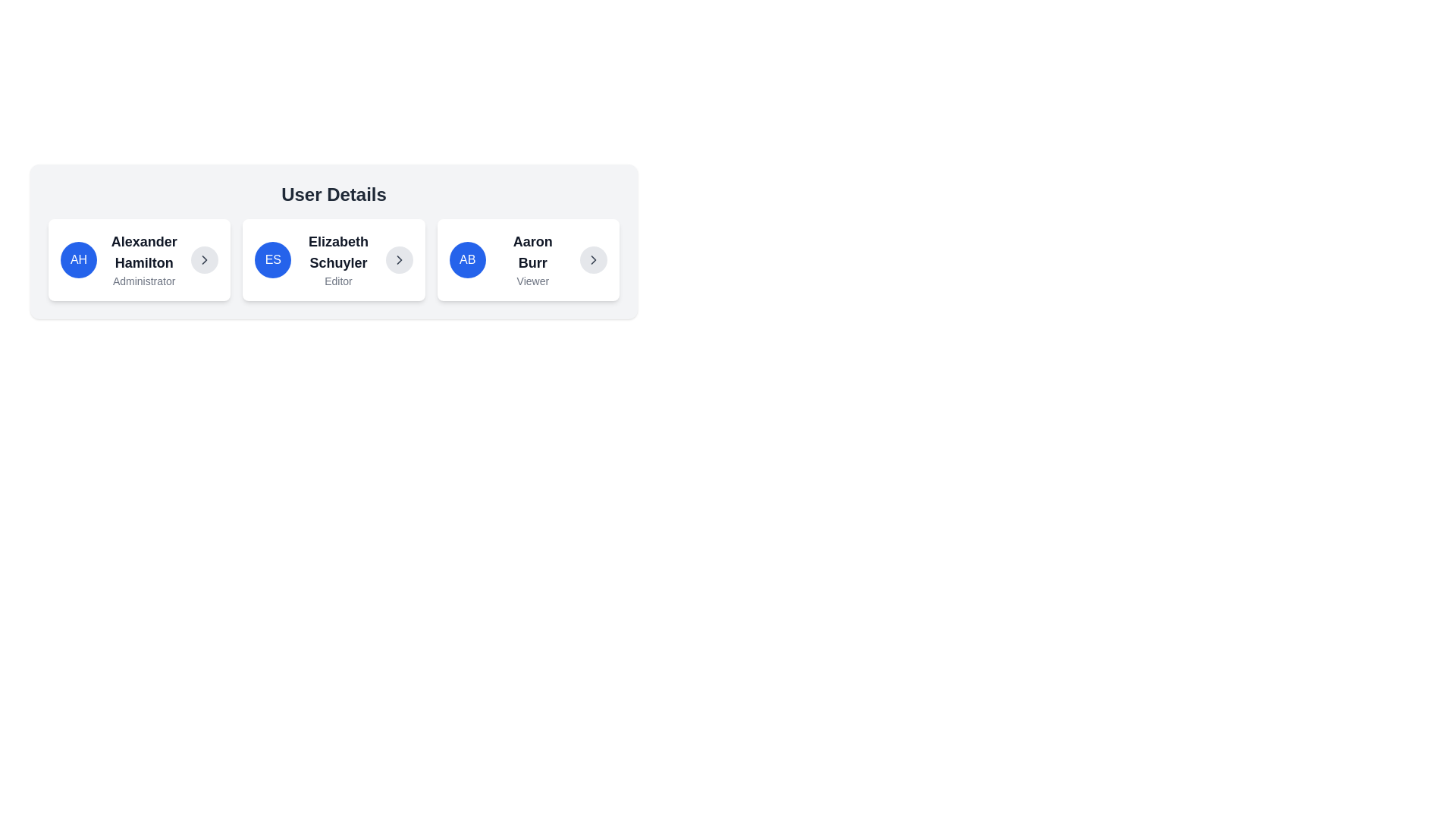 This screenshot has width=1456, height=819. Describe the element at coordinates (592, 259) in the screenshot. I see `the rightward chevron arrow icon, which is styled with a gray stroke and located within the circular button on the third user card in the 'User Details' section` at that location.